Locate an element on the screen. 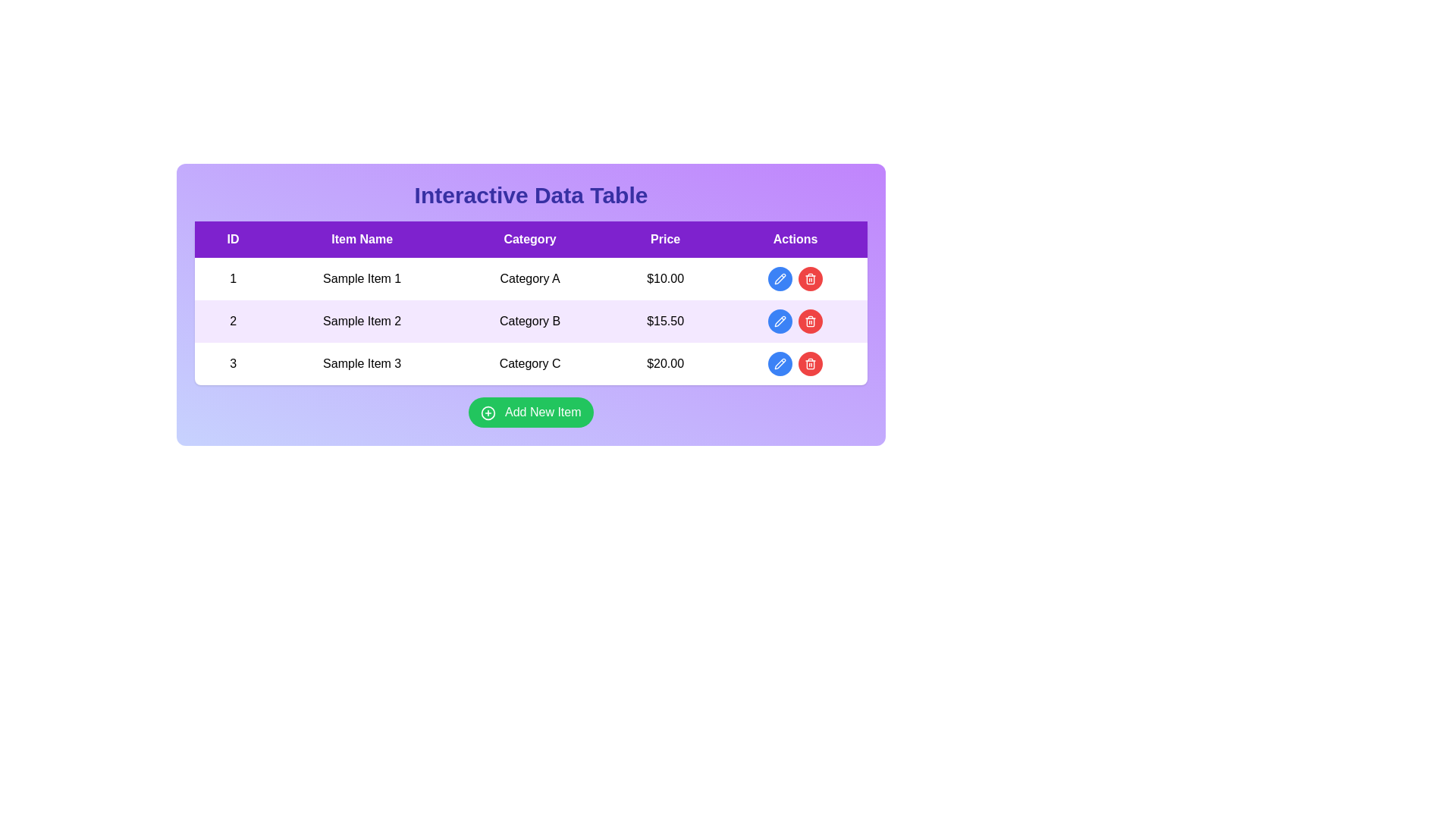 The width and height of the screenshot is (1456, 819). the Table Header Cell displaying 'Item Name' with a bold white font on a purple background, located in the second column of the header row is located at coordinates (361, 239).